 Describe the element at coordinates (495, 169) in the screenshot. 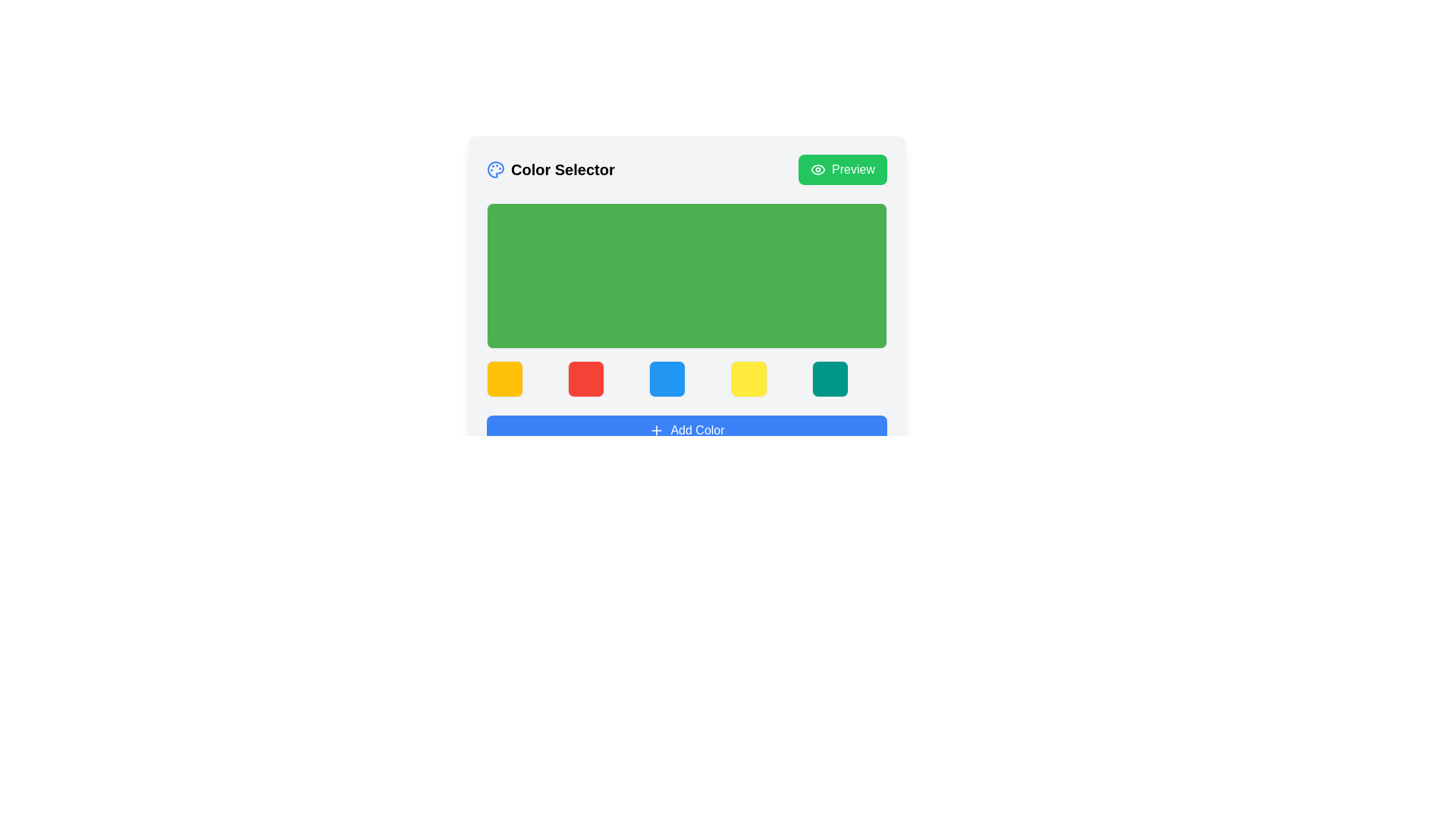

I see `the oval outline part of the color palette icon located in the top-left corner of the interface near the 'Color Selector' title` at that location.